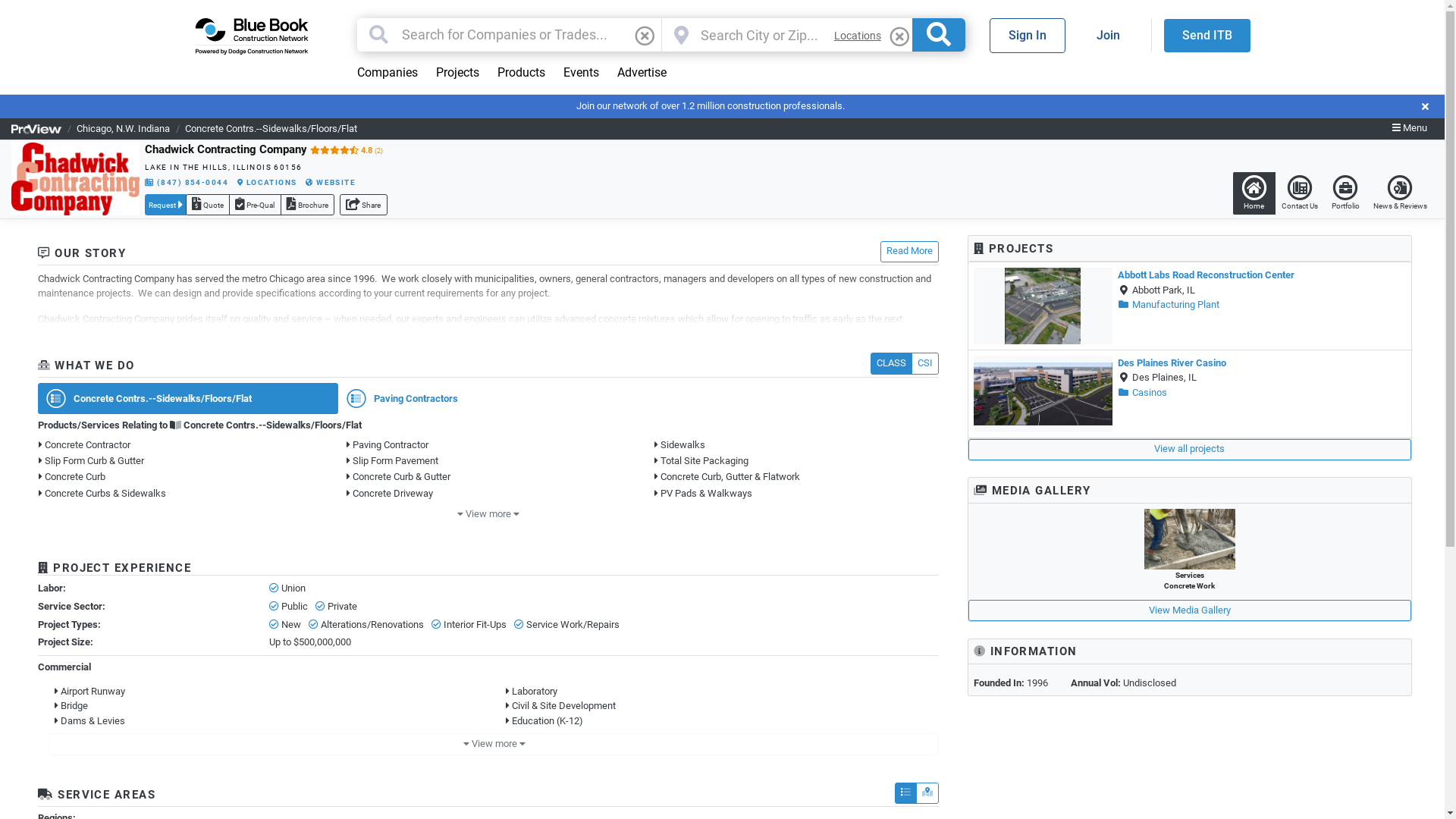  I want to click on 'Portfolio', so click(1345, 192).